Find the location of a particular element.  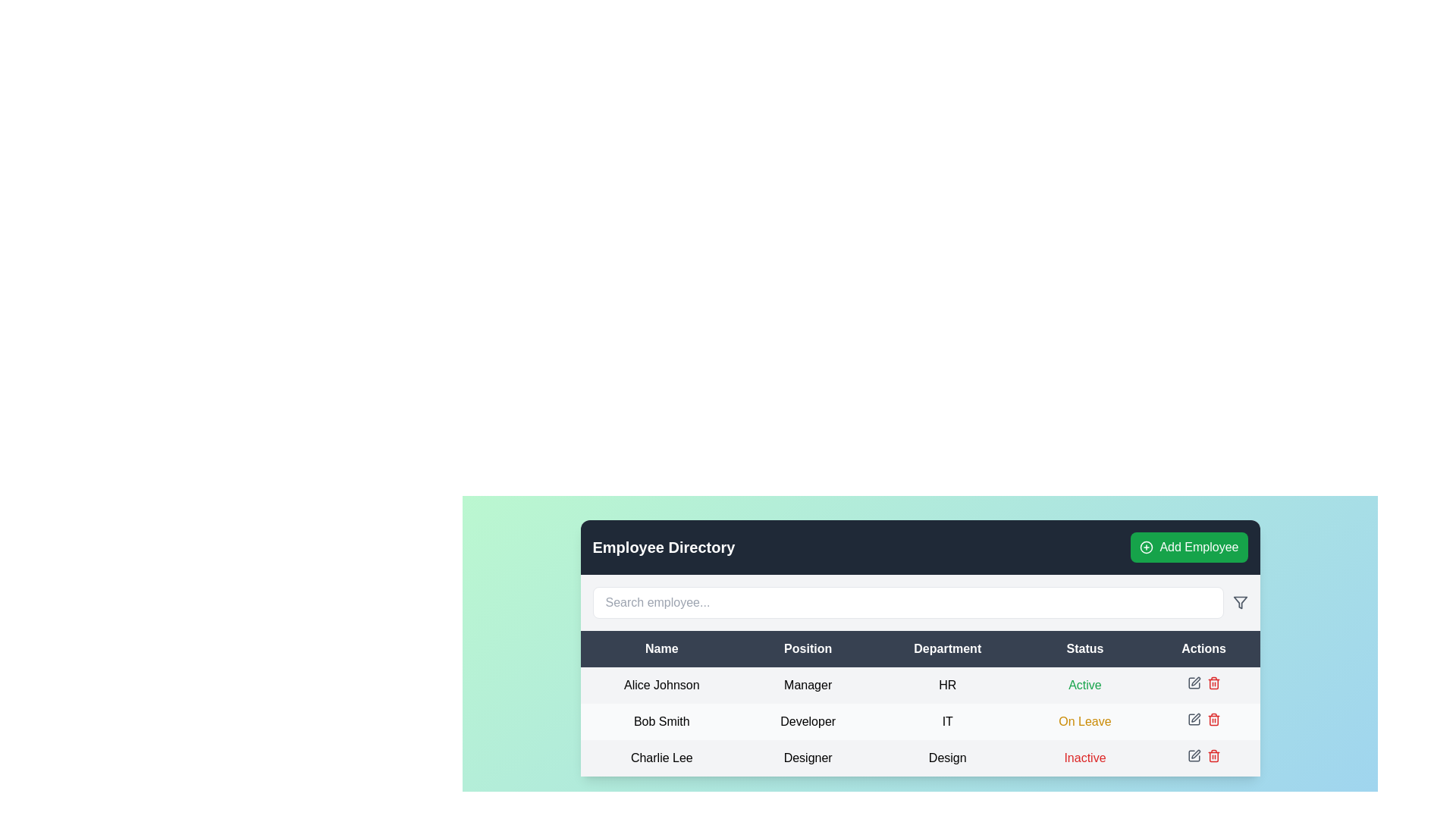

the 'Design' text label located in the 'Department' column of the 'Charlie Lee' row in the employee table is located at coordinates (946, 758).